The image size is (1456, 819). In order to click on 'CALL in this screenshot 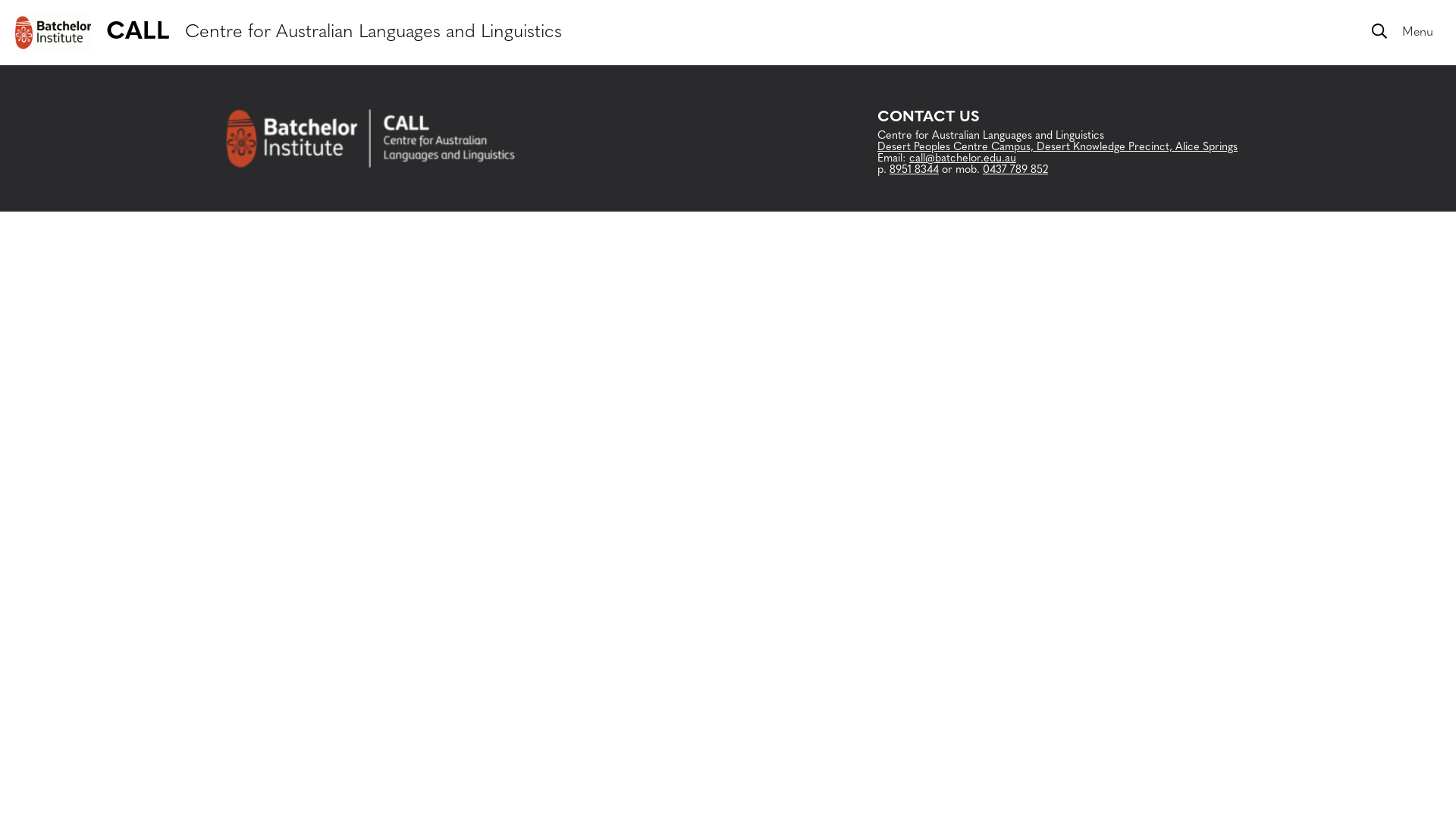, I will do `click(281, 33)`.